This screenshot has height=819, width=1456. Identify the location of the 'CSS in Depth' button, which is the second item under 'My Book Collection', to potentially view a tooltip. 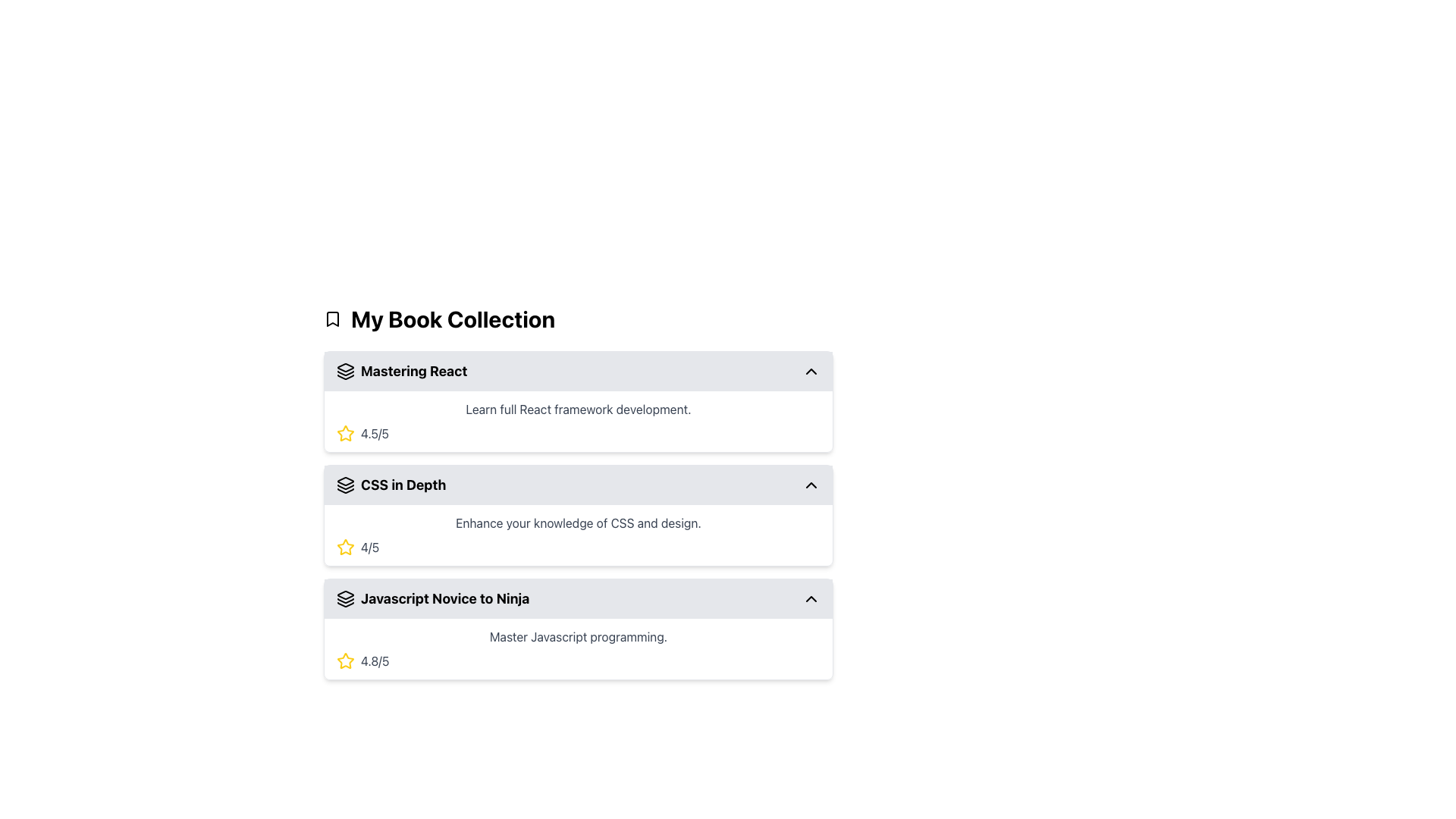
(578, 485).